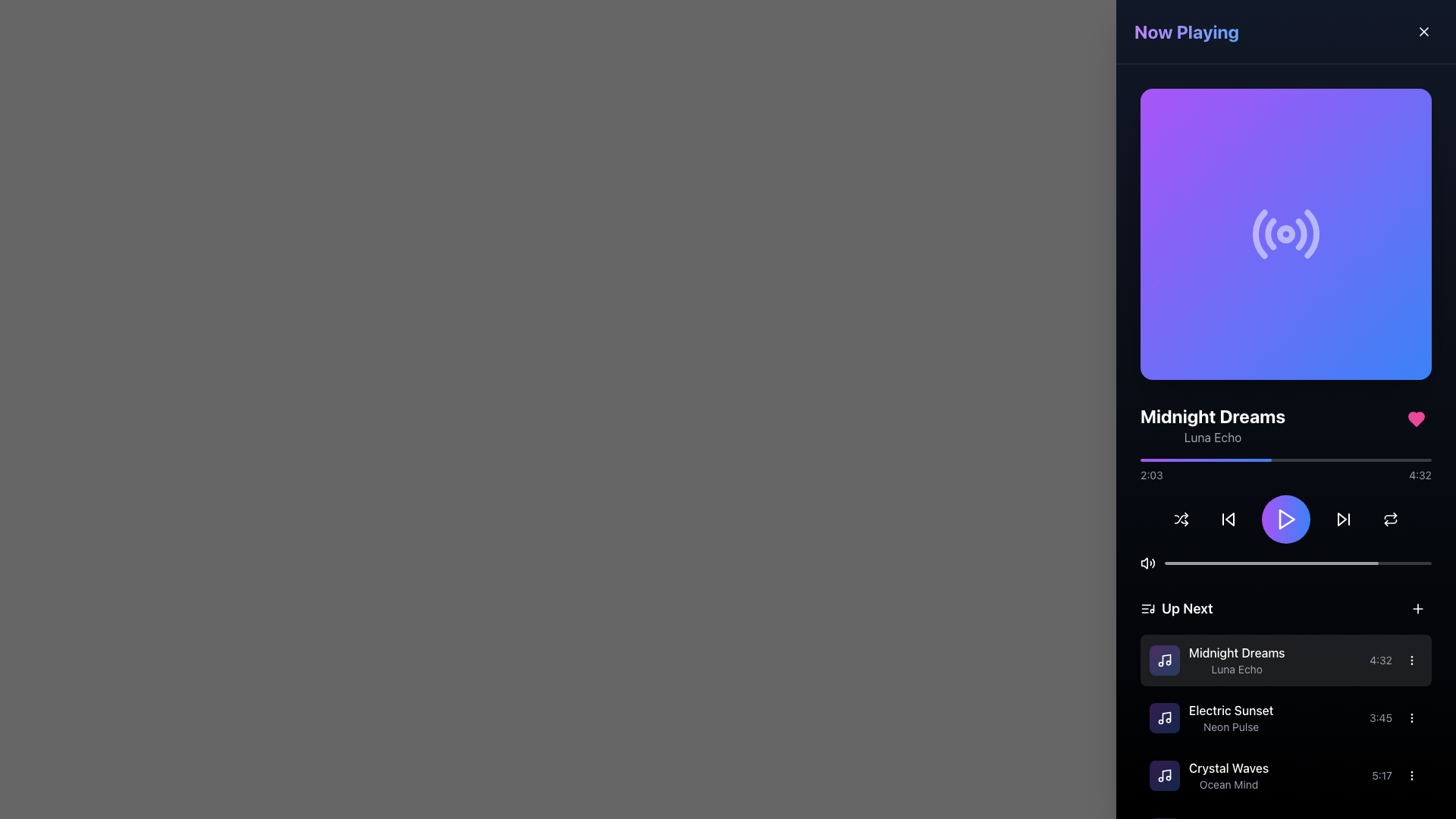  What do you see at coordinates (1212, 416) in the screenshot?
I see `the text label indicating the title of the currently playing media in the 'Now Playing' section` at bounding box center [1212, 416].